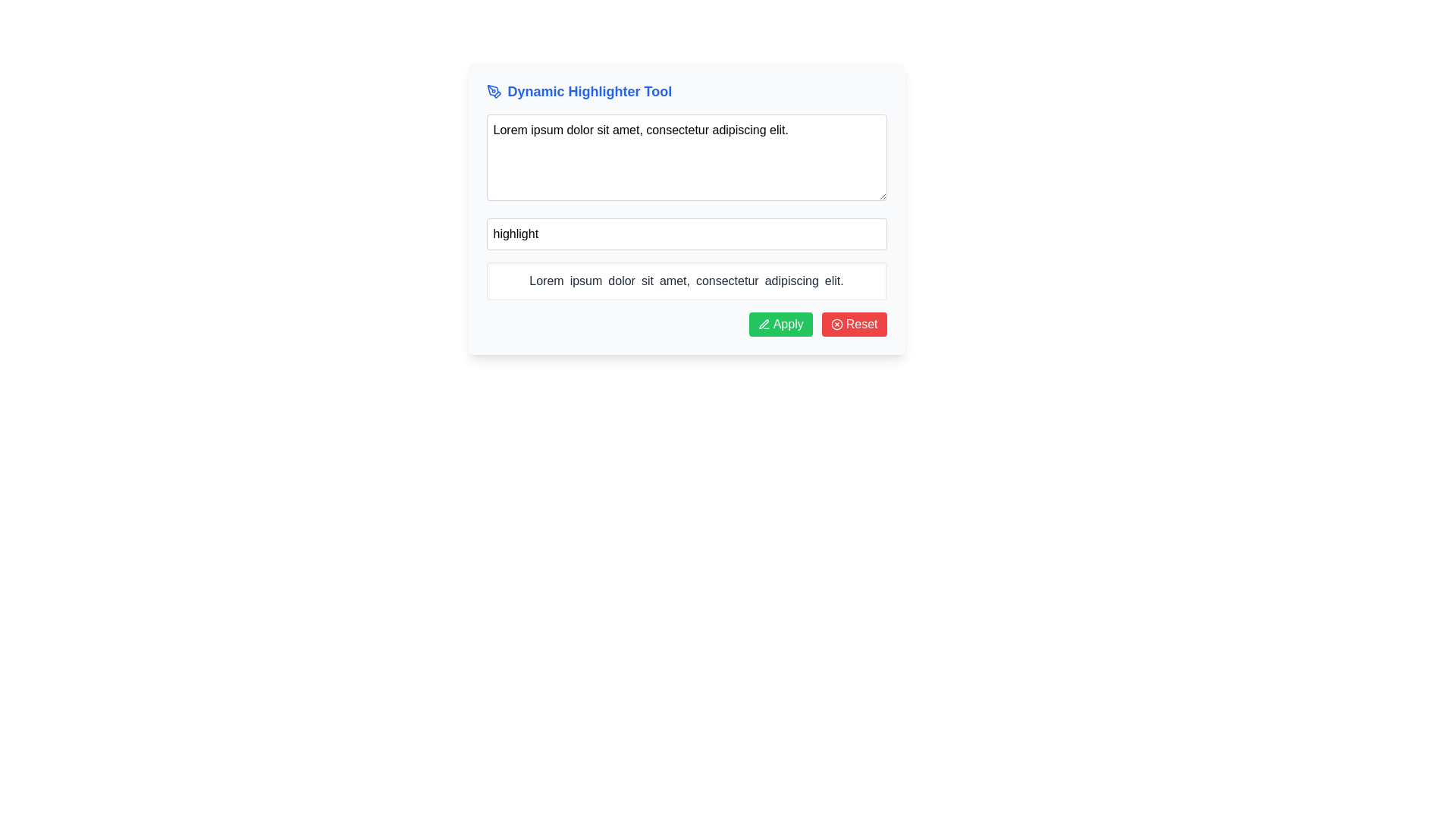  I want to click on the text element displaying the word 'sit', which is the fourth word in the sequence 'Lorem ipsum dolor sit amet, consectetur adipiscing elit.', so click(647, 281).